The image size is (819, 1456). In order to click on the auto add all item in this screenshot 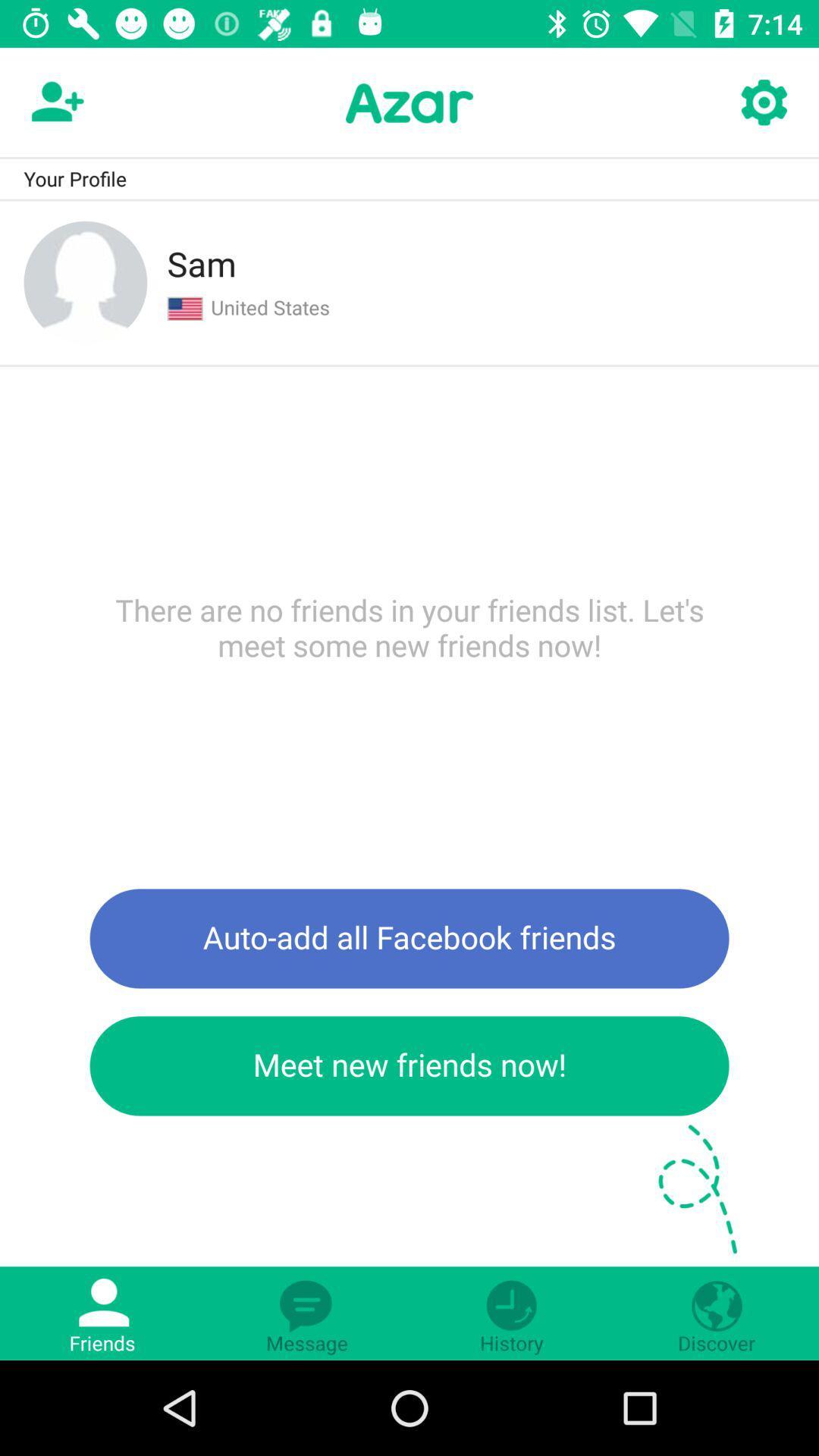, I will do `click(409, 937)`.